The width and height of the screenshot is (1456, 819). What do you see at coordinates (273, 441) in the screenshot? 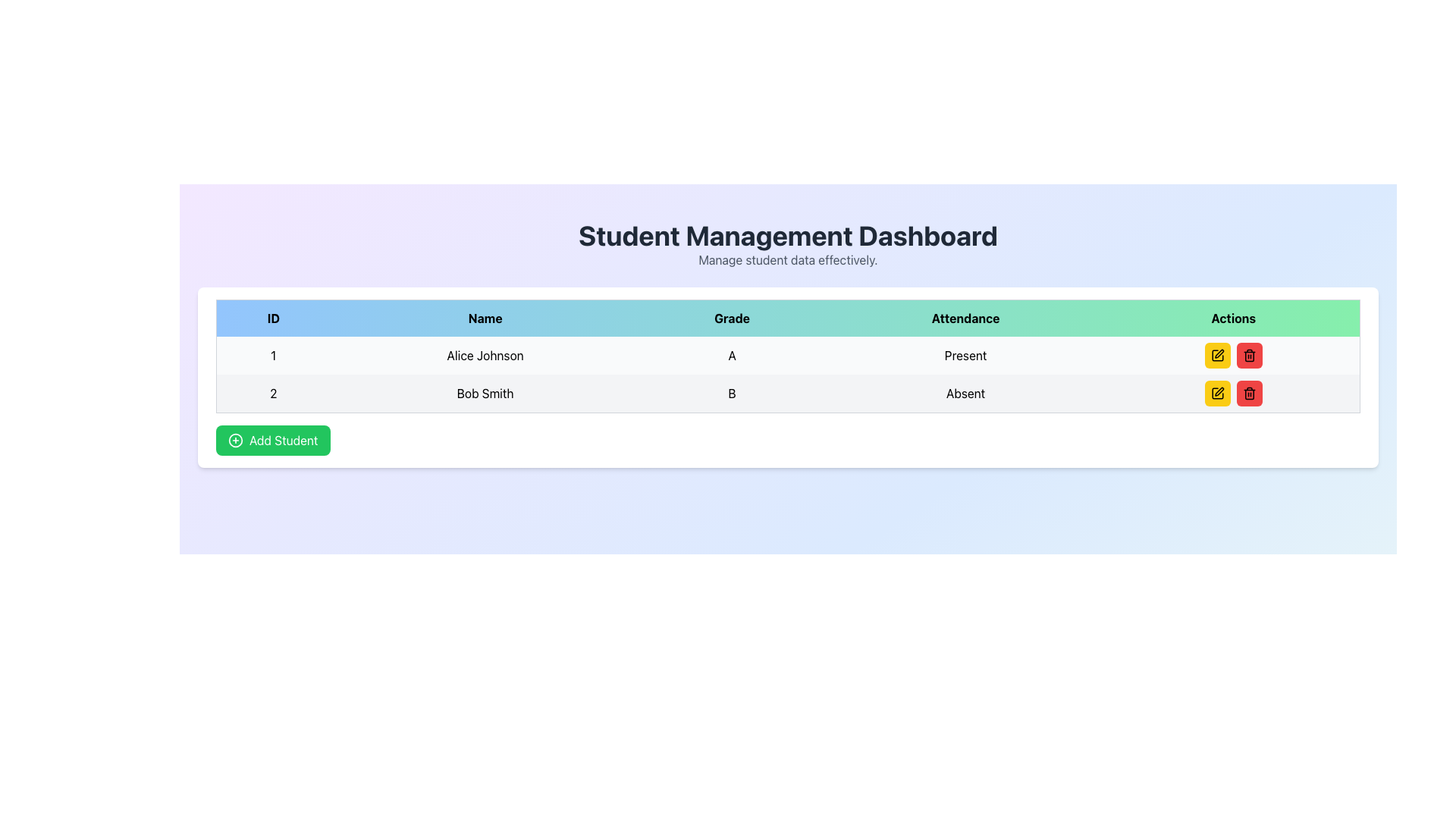
I see `the 'Add Student' button located below the 'Student Management Dashboard' table` at bounding box center [273, 441].